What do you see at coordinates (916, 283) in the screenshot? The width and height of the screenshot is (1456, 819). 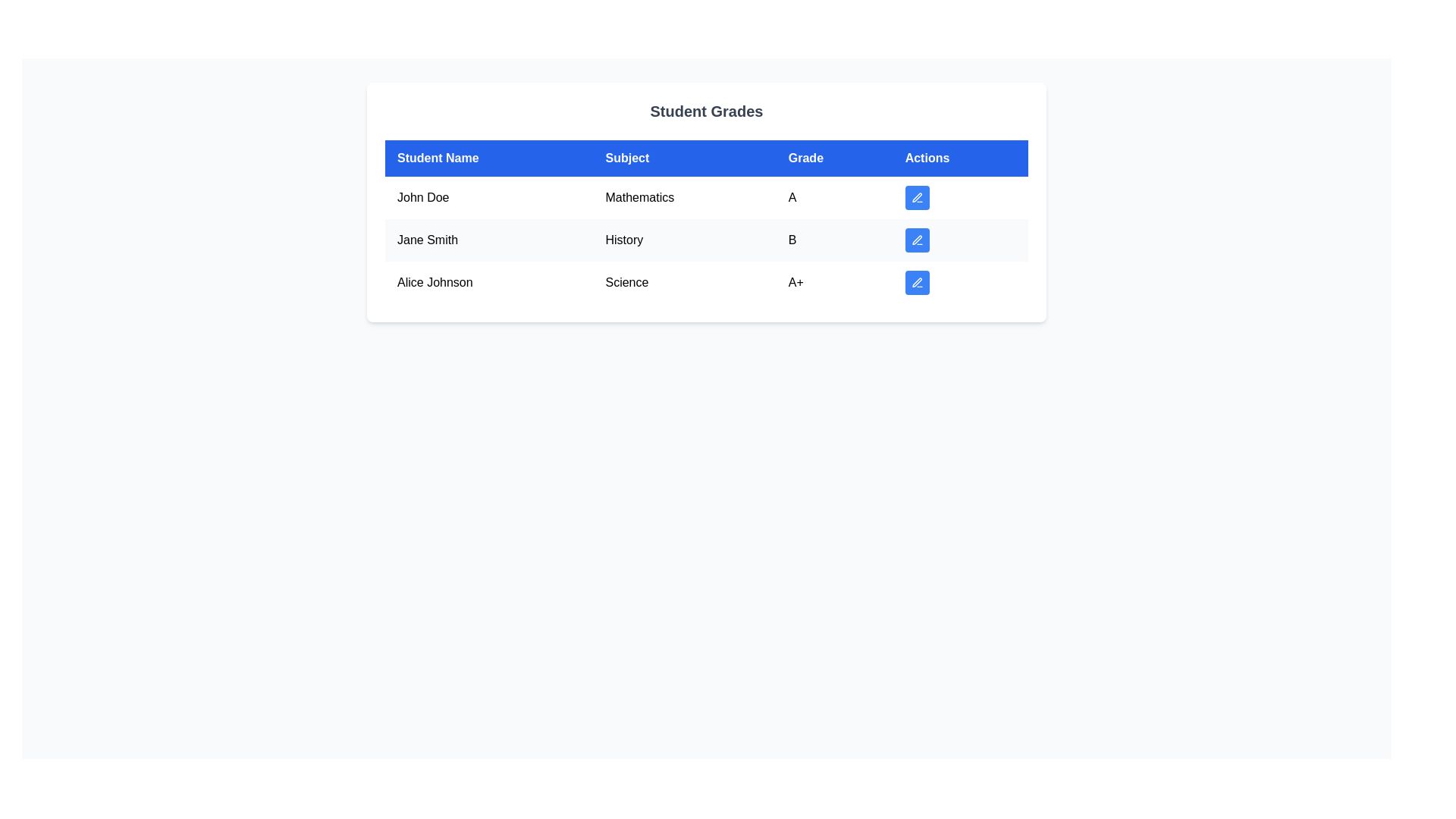 I see `the edit button (pen icon) in the 'Actions' column of the 'Student Grades' table for 'Alice Johnson'` at bounding box center [916, 283].